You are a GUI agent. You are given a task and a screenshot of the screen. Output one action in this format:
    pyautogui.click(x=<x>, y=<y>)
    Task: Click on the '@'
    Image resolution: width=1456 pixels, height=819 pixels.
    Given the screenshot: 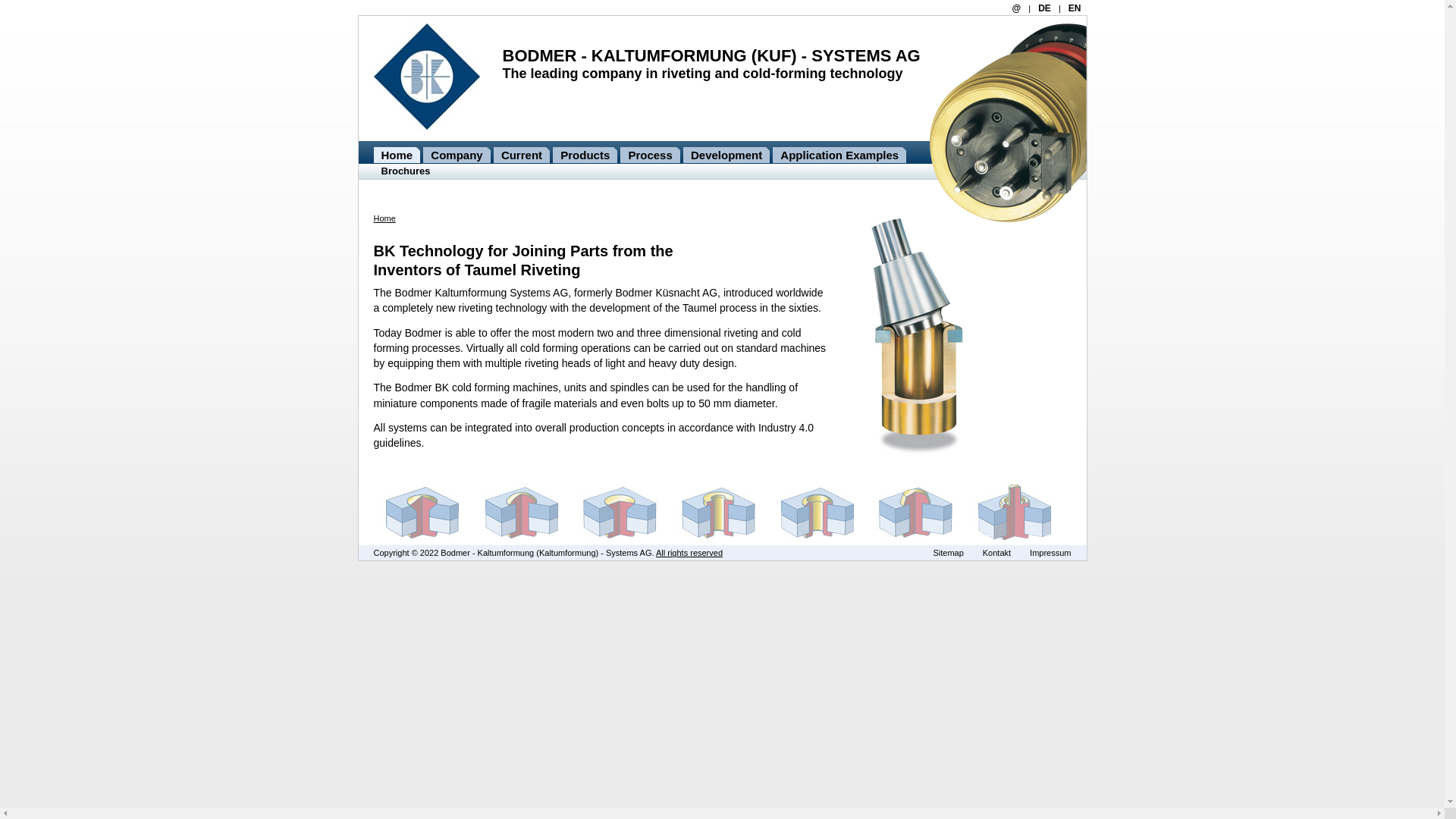 What is the action you would take?
    pyautogui.click(x=1012, y=8)
    